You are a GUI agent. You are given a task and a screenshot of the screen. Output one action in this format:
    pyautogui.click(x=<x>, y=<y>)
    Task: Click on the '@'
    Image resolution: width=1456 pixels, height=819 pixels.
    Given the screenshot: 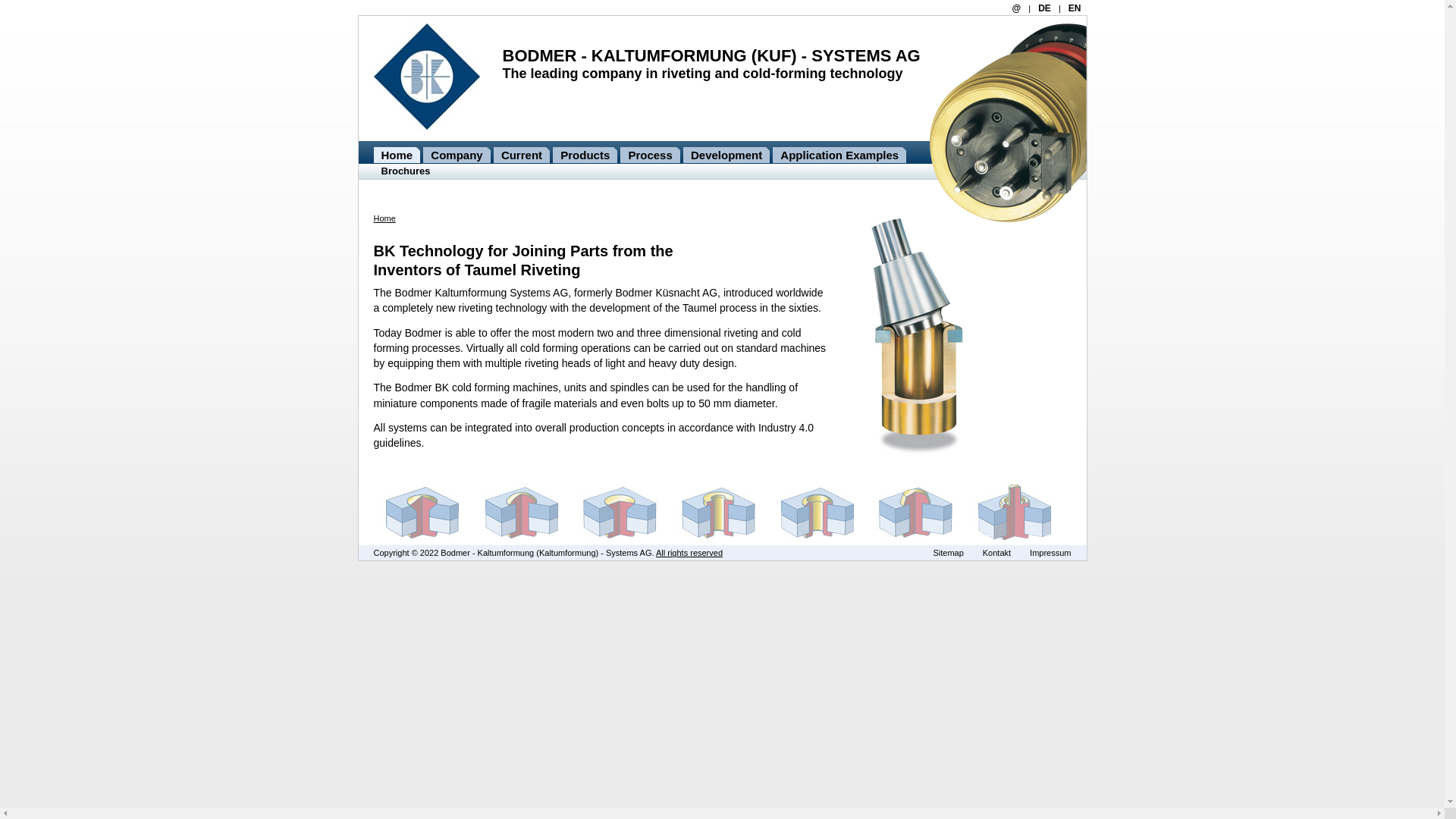 What is the action you would take?
    pyautogui.click(x=1012, y=8)
    